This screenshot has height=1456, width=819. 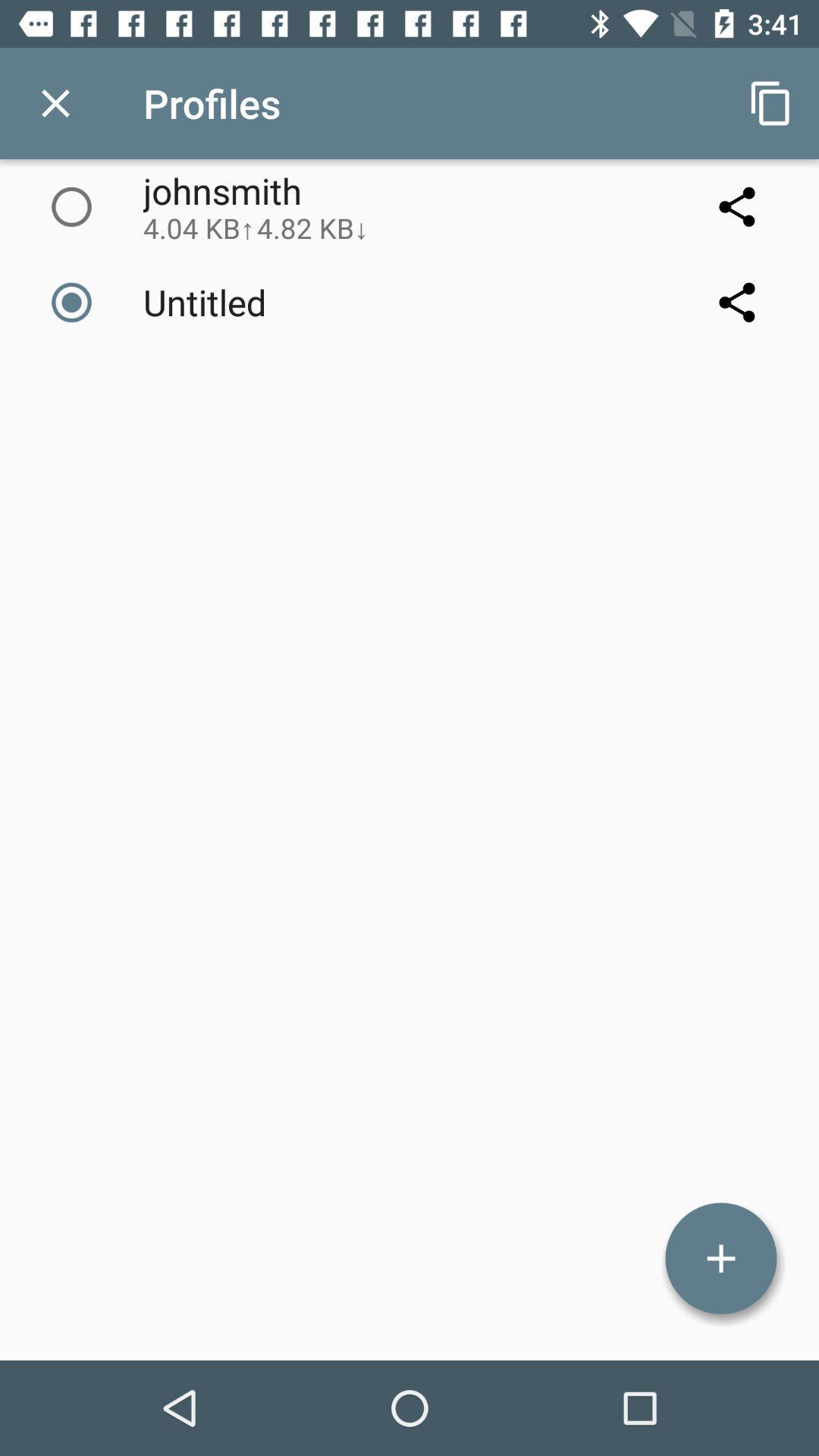 What do you see at coordinates (720, 1258) in the screenshot?
I see `advertisement` at bounding box center [720, 1258].